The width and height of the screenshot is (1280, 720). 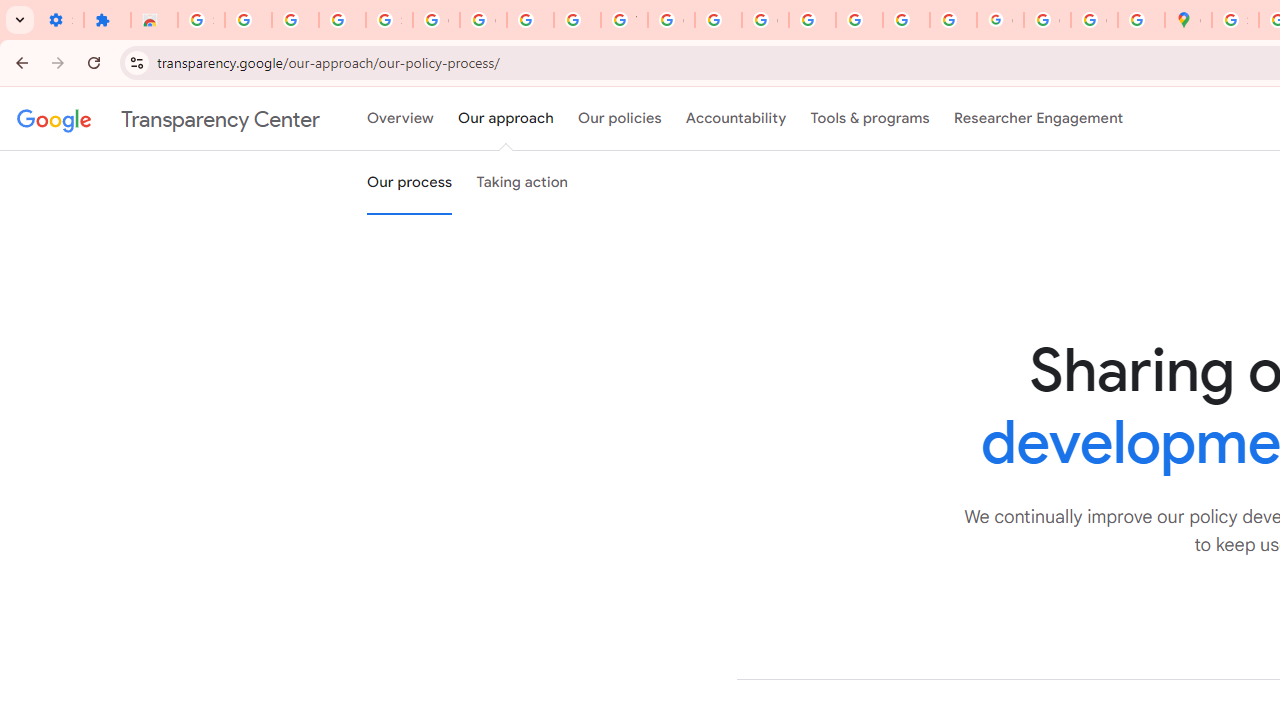 What do you see at coordinates (619, 119) in the screenshot?
I see `'Our policies'` at bounding box center [619, 119].